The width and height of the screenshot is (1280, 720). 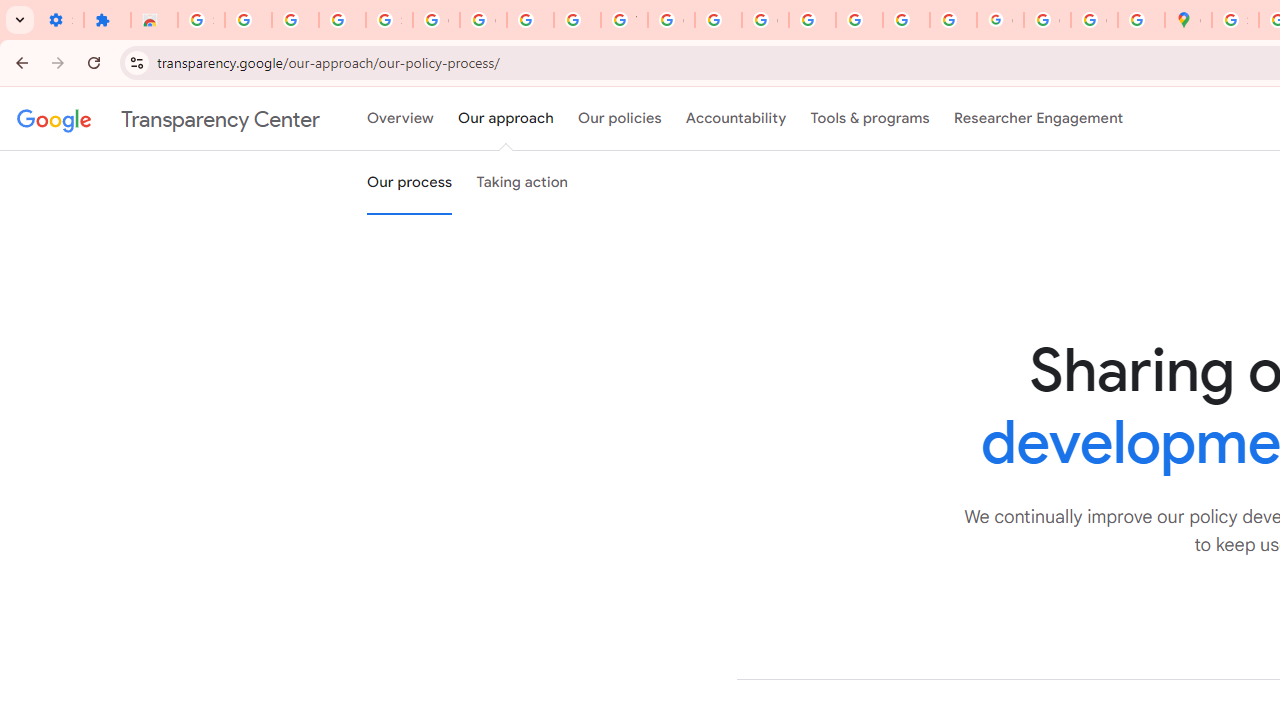 What do you see at coordinates (619, 119) in the screenshot?
I see `'Our policies'` at bounding box center [619, 119].